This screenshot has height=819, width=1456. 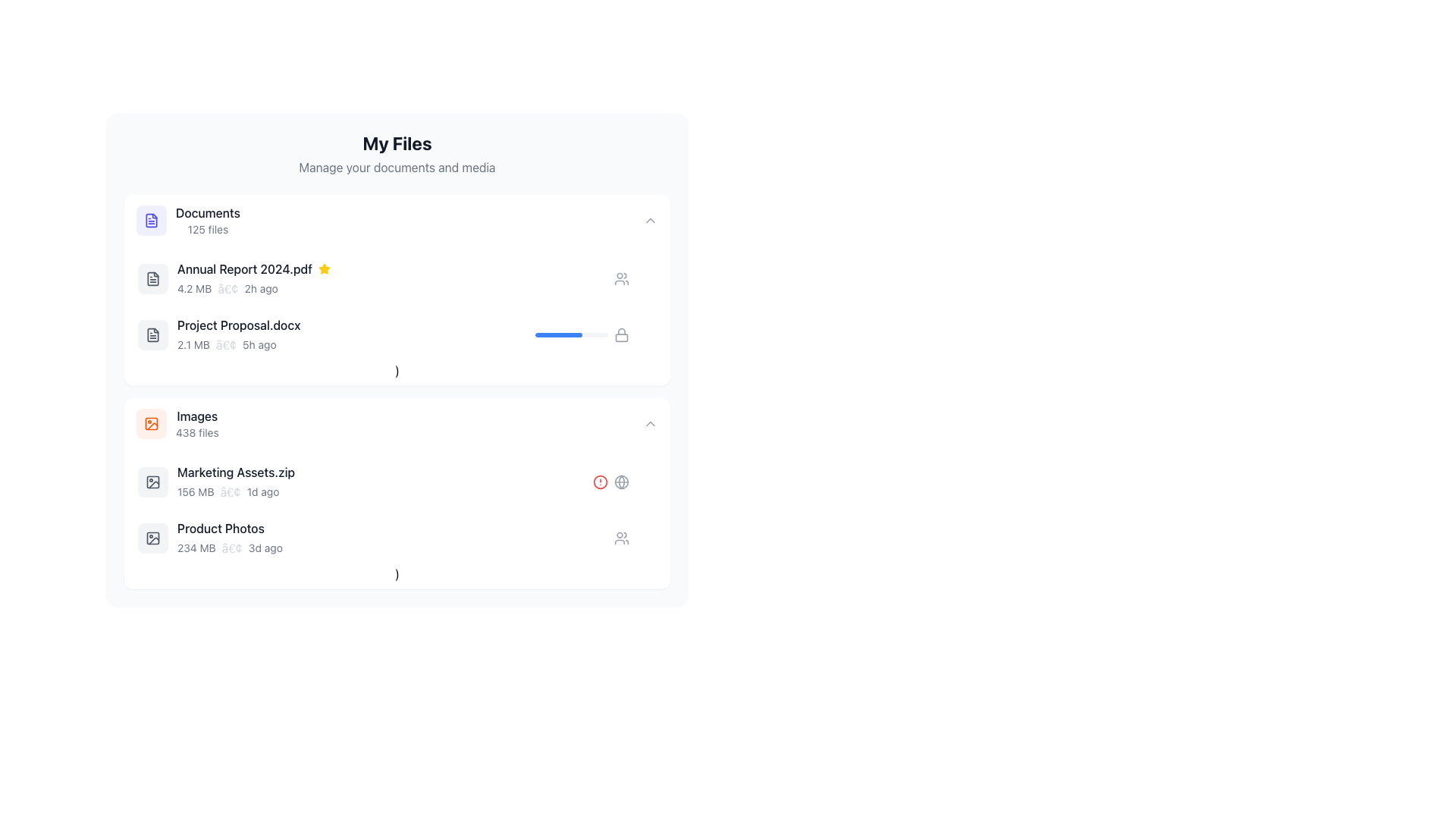 I want to click on the progress bar located in the middle section of the file list item for 'Project Proposal.docx', which is positioned slightly to the right of the filename and above the lock icon, so click(x=570, y=334).